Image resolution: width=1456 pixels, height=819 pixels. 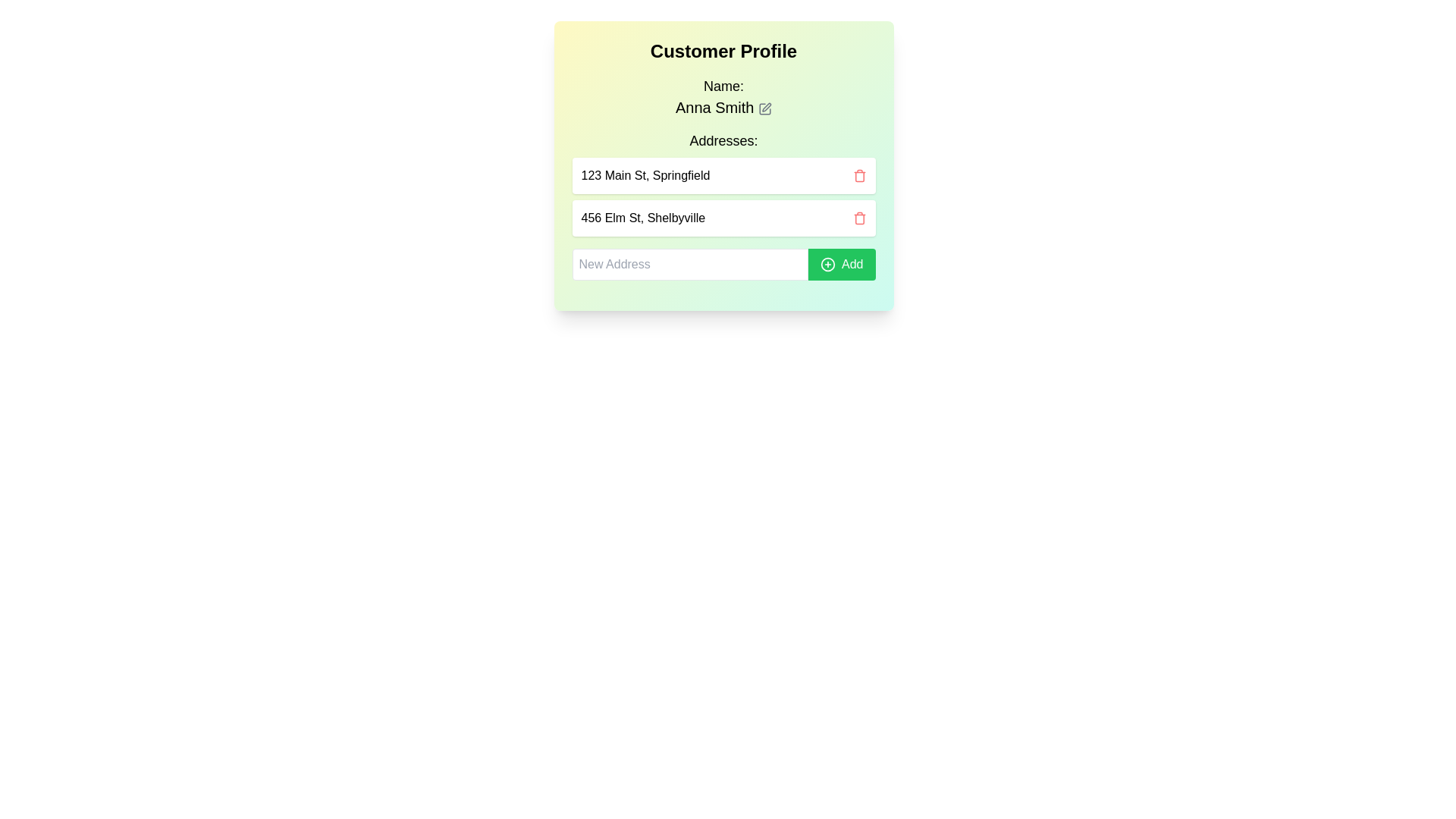 I want to click on the text display element showing the customer's name 'Anna Smith' located in the 'Customer Profile' section for information retrieval, so click(x=723, y=96).